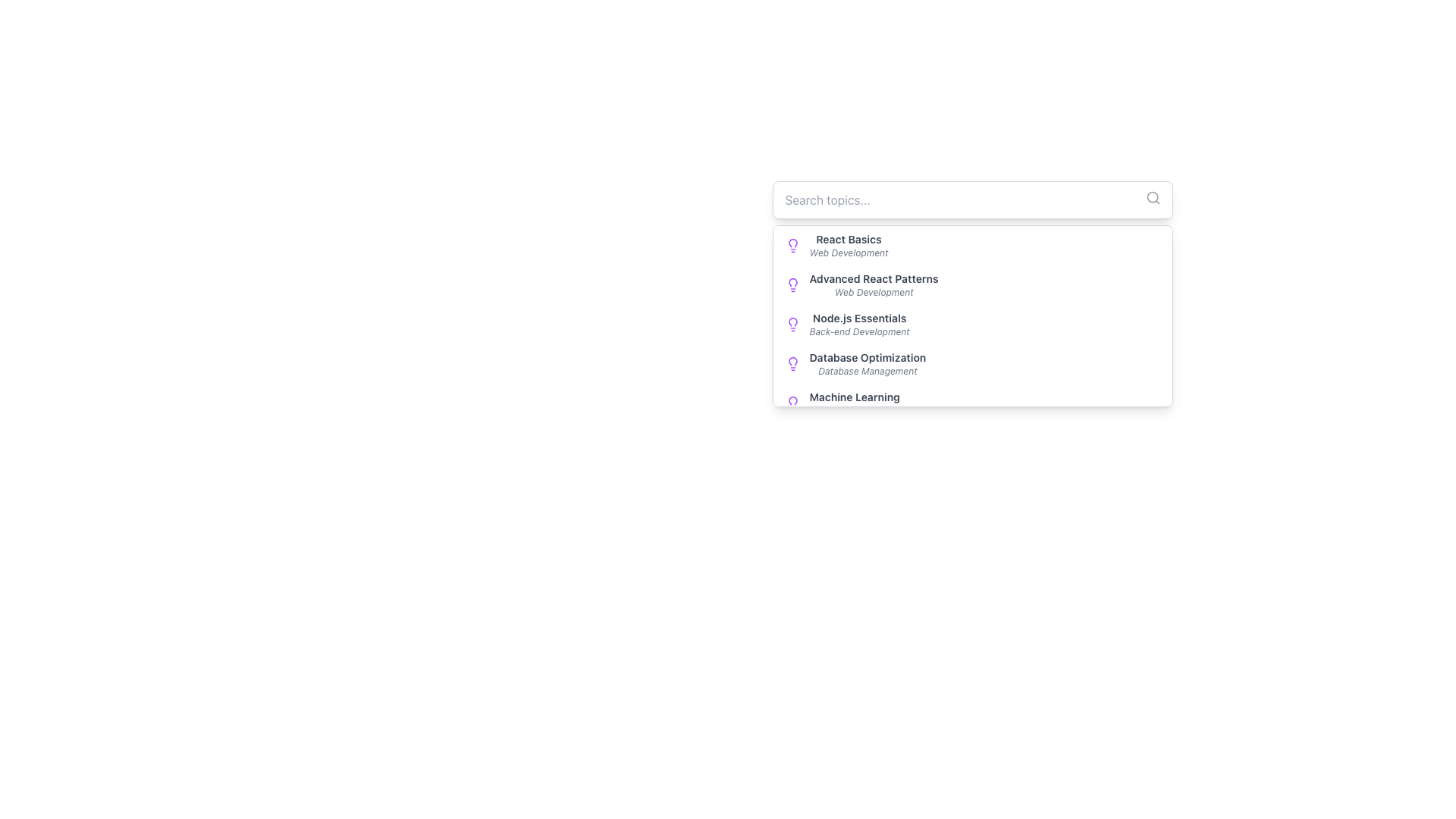  What do you see at coordinates (792, 284) in the screenshot?
I see `the purple rounded lightbulb icon located to the left of the text 'Advanced React Patterns' in the dropdown menu` at bounding box center [792, 284].